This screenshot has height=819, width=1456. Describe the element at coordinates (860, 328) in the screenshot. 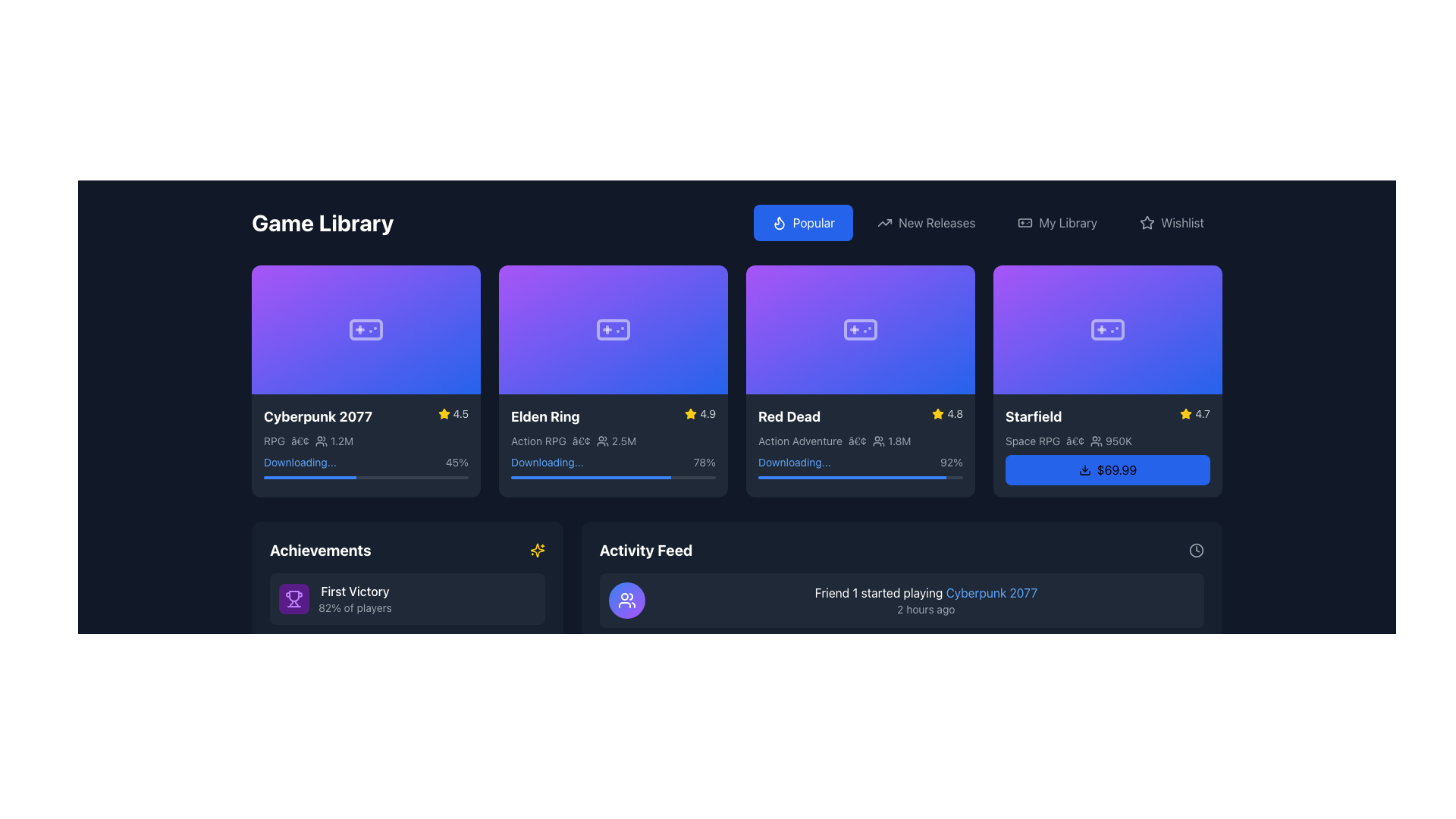

I see `the icon represented by a graphical indicator located in the third card from the left in the top row of a gradient purple square card` at that location.